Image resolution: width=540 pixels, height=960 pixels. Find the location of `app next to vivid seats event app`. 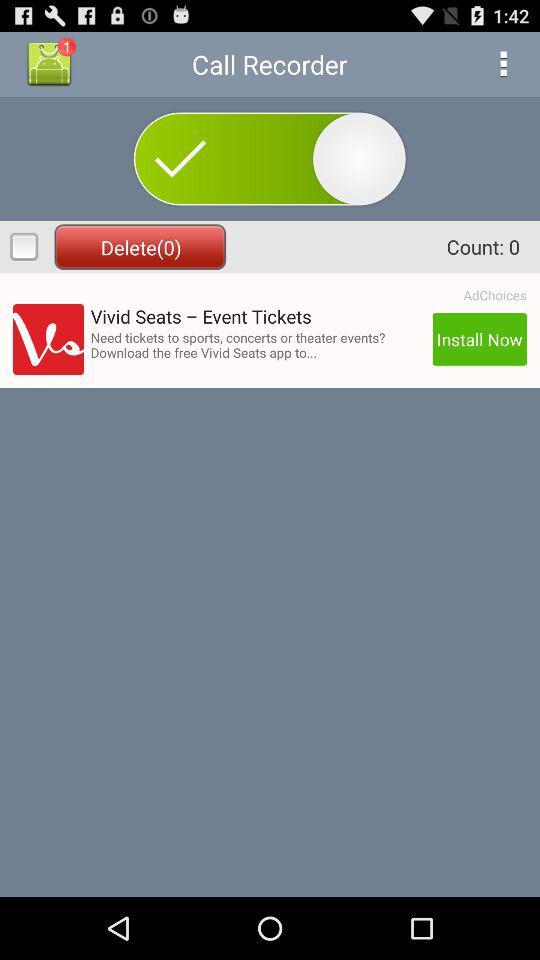

app next to vivid seats event app is located at coordinates (494, 294).